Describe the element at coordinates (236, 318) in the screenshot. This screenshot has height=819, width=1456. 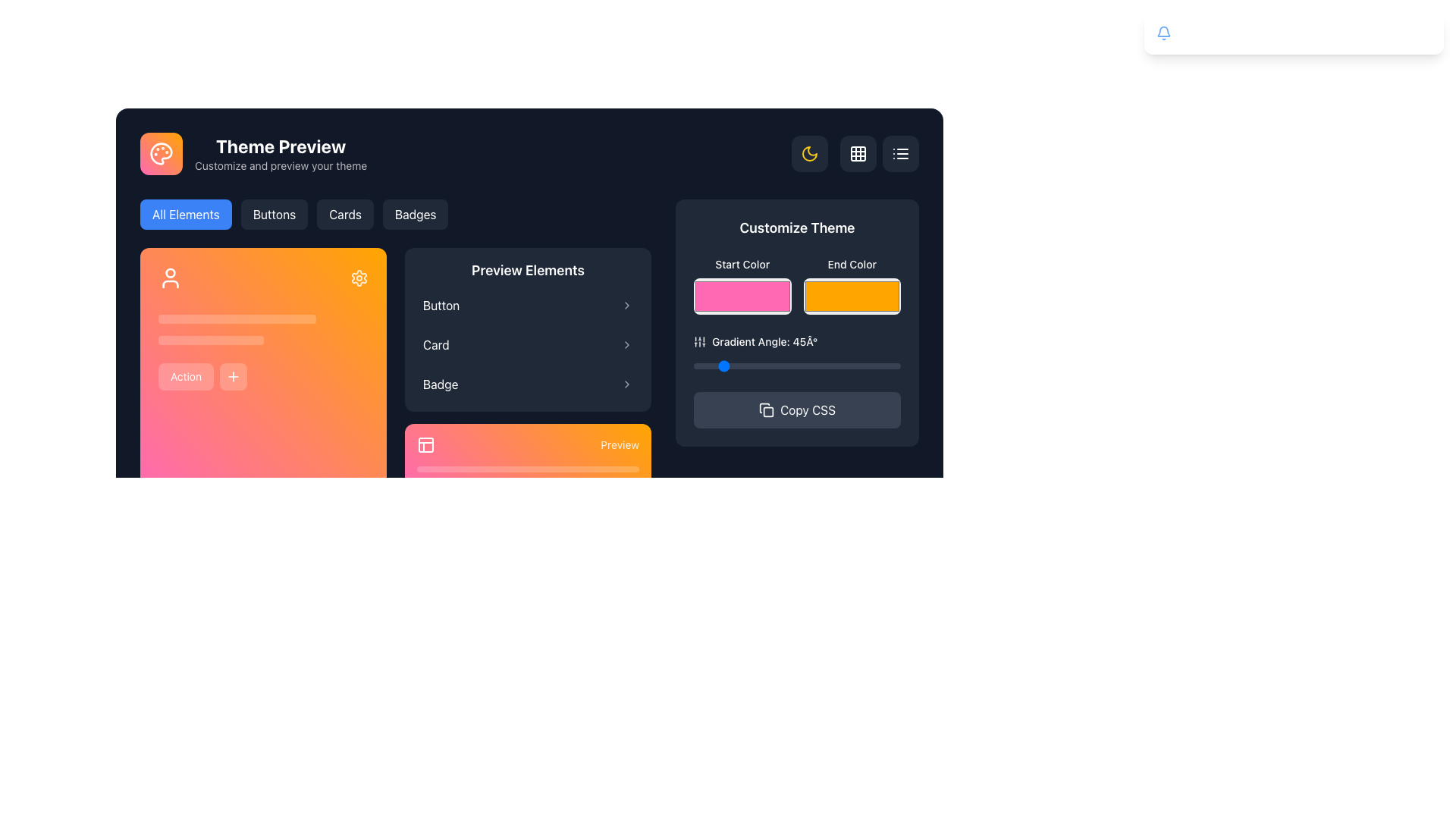
I see `the Decorative bar located in the left panel of the interface, which features a gradient coloring transitioning from pink to orange and is the top member of a vertically spaced arrangement of elements` at that location.